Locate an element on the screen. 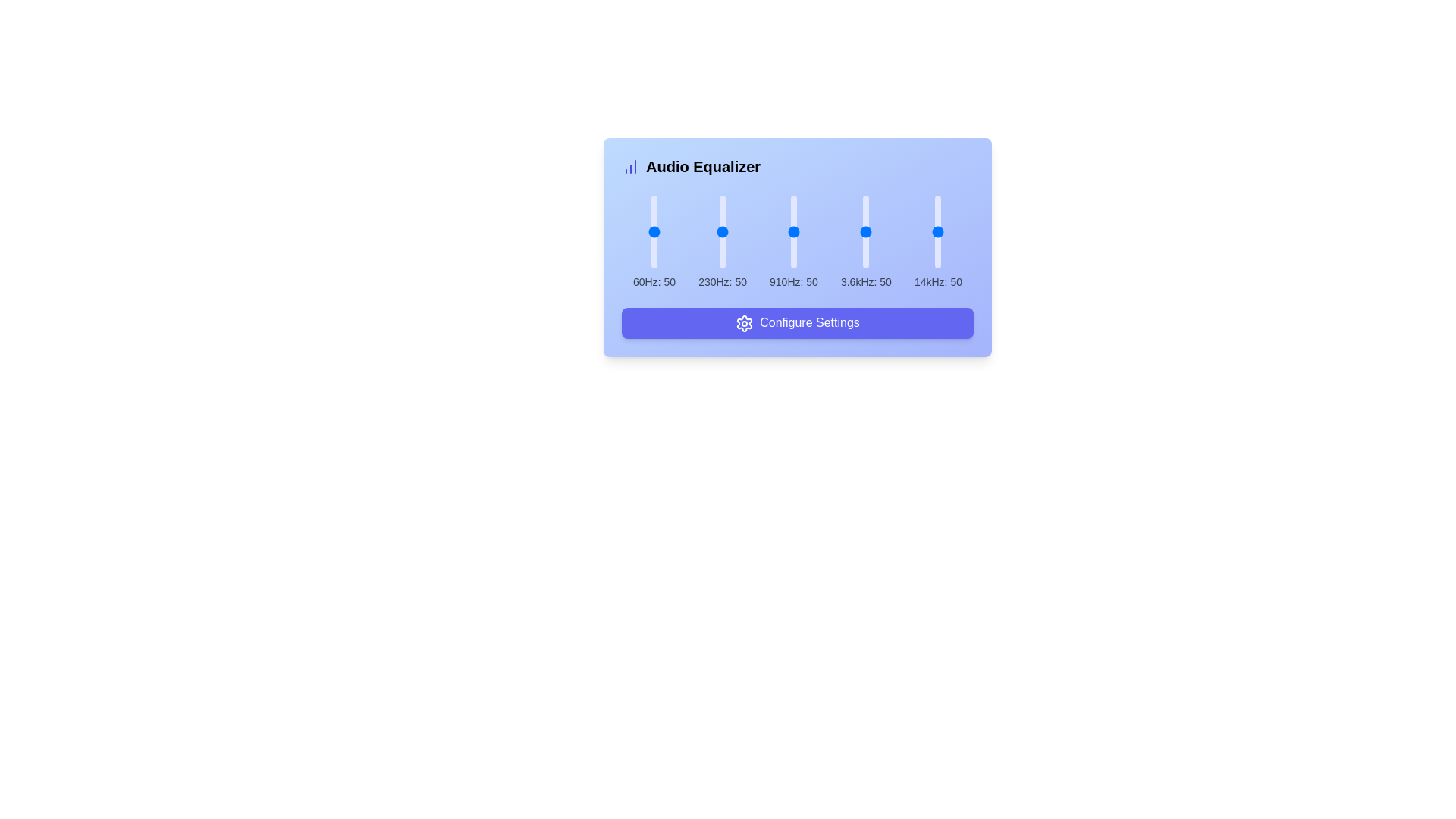 This screenshot has width=1456, height=819. the slider value is located at coordinates (937, 238).